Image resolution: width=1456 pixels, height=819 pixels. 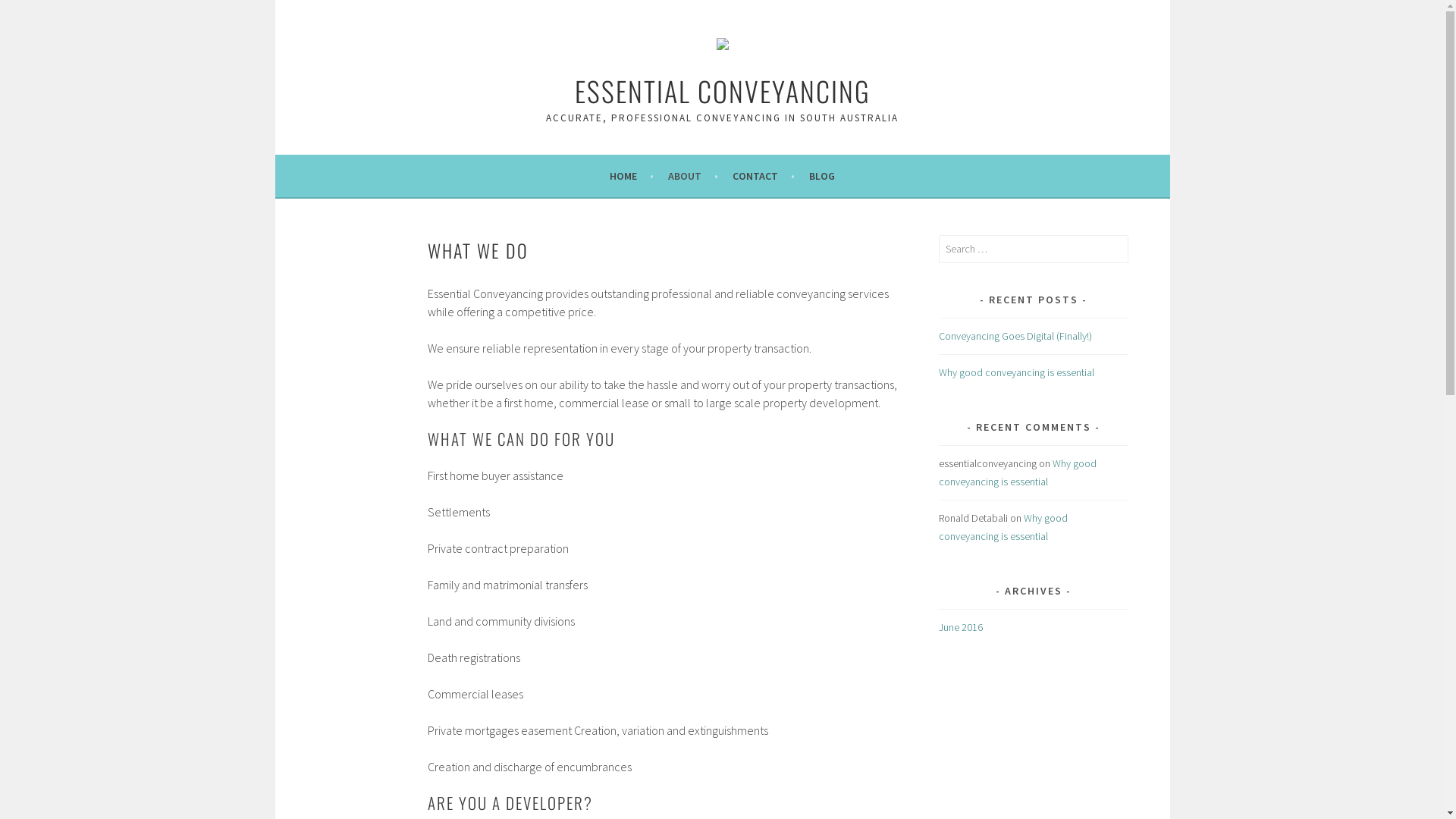 I want to click on 'Why good conveyancing is essential  ', so click(x=938, y=526).